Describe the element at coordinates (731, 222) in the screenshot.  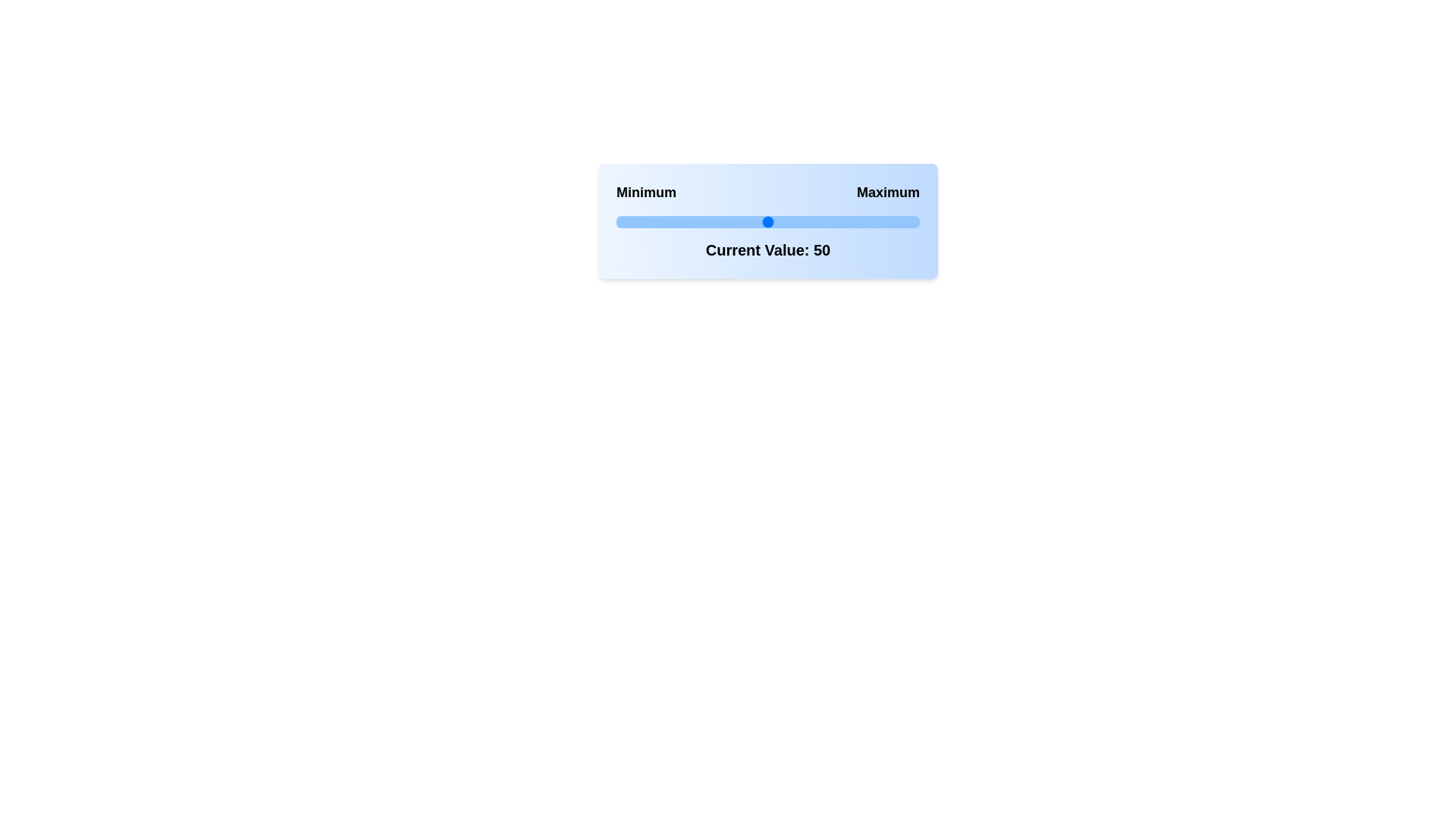
I see `the slider to set its value to 38` at that location.